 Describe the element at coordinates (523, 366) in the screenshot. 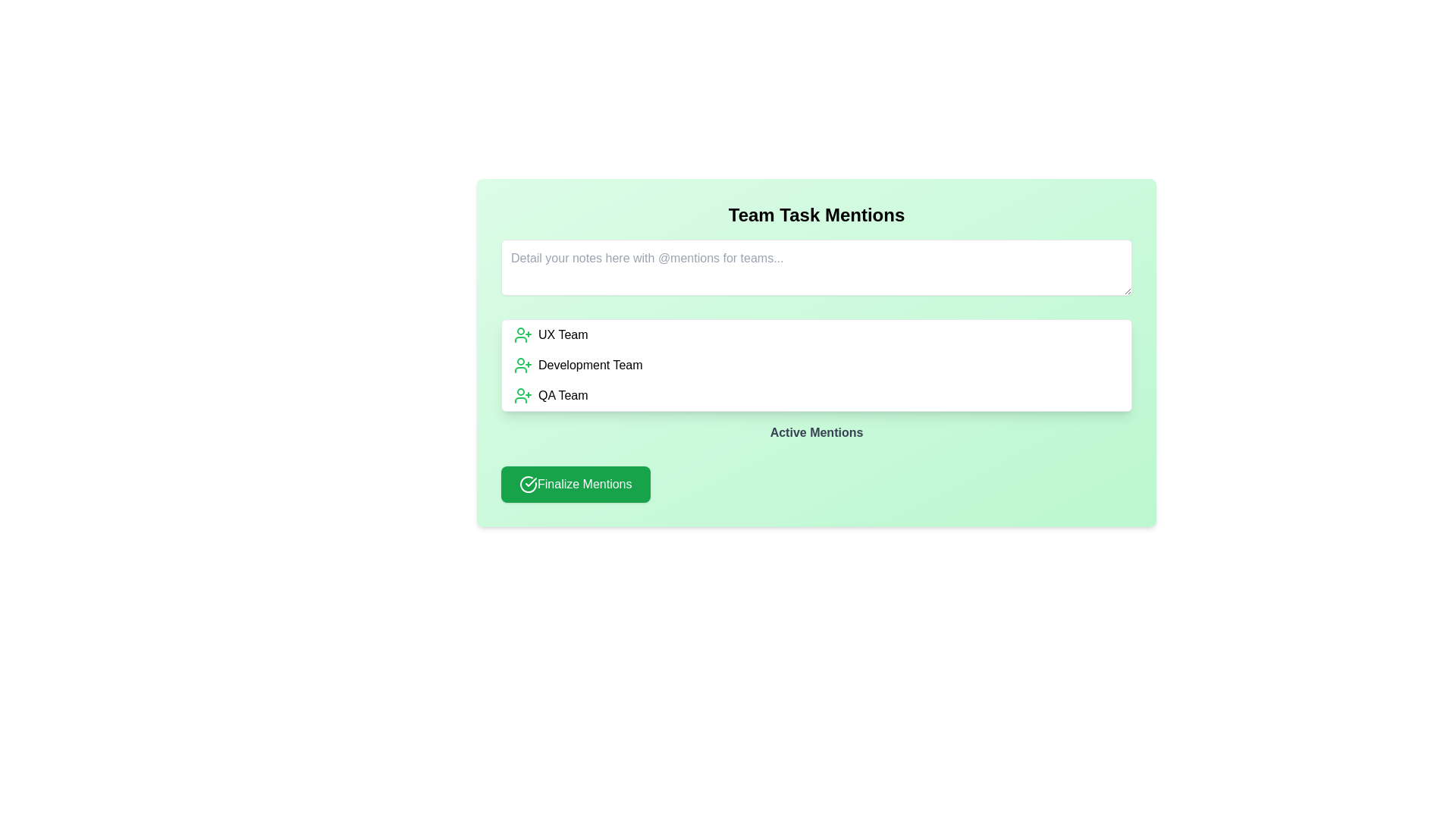

I see `the icon that is the first visual identifier associated with adding members to the 'Development Team', located immediately to the left of the label` at that location.